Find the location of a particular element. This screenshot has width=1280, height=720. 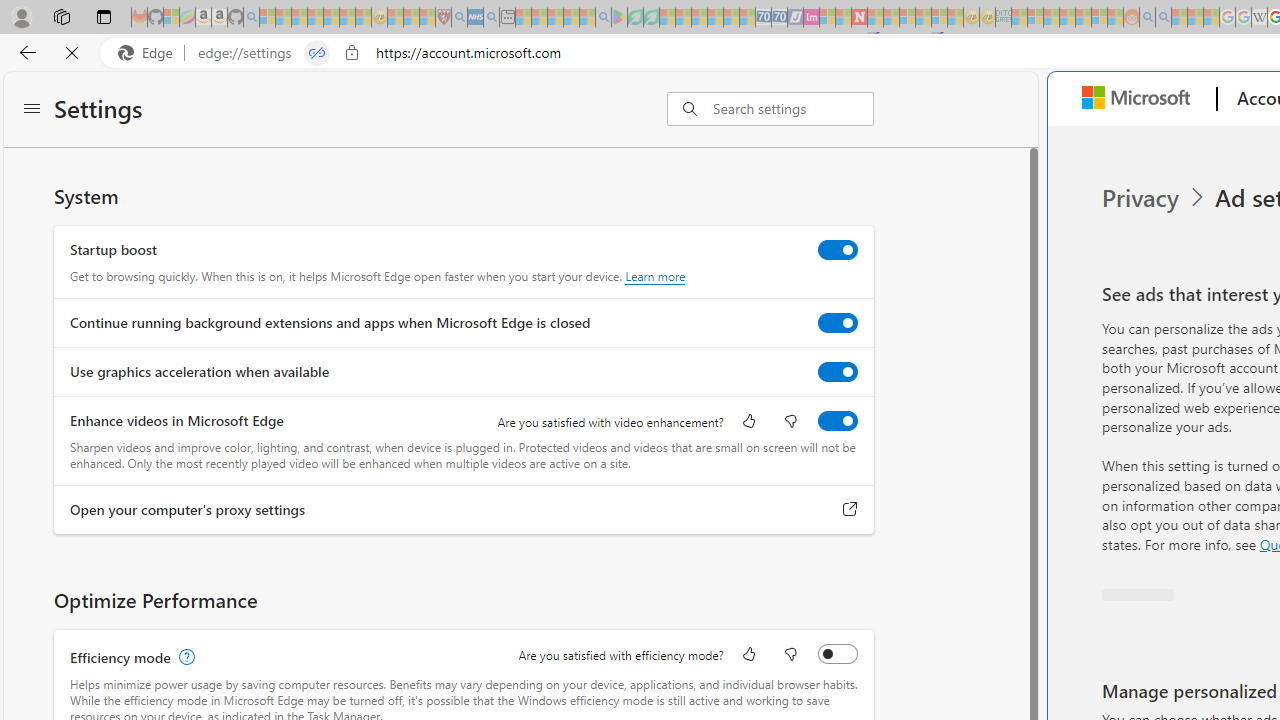

'Terms of Use Agreement - Sleeping' is located at coordinates (634, 17).